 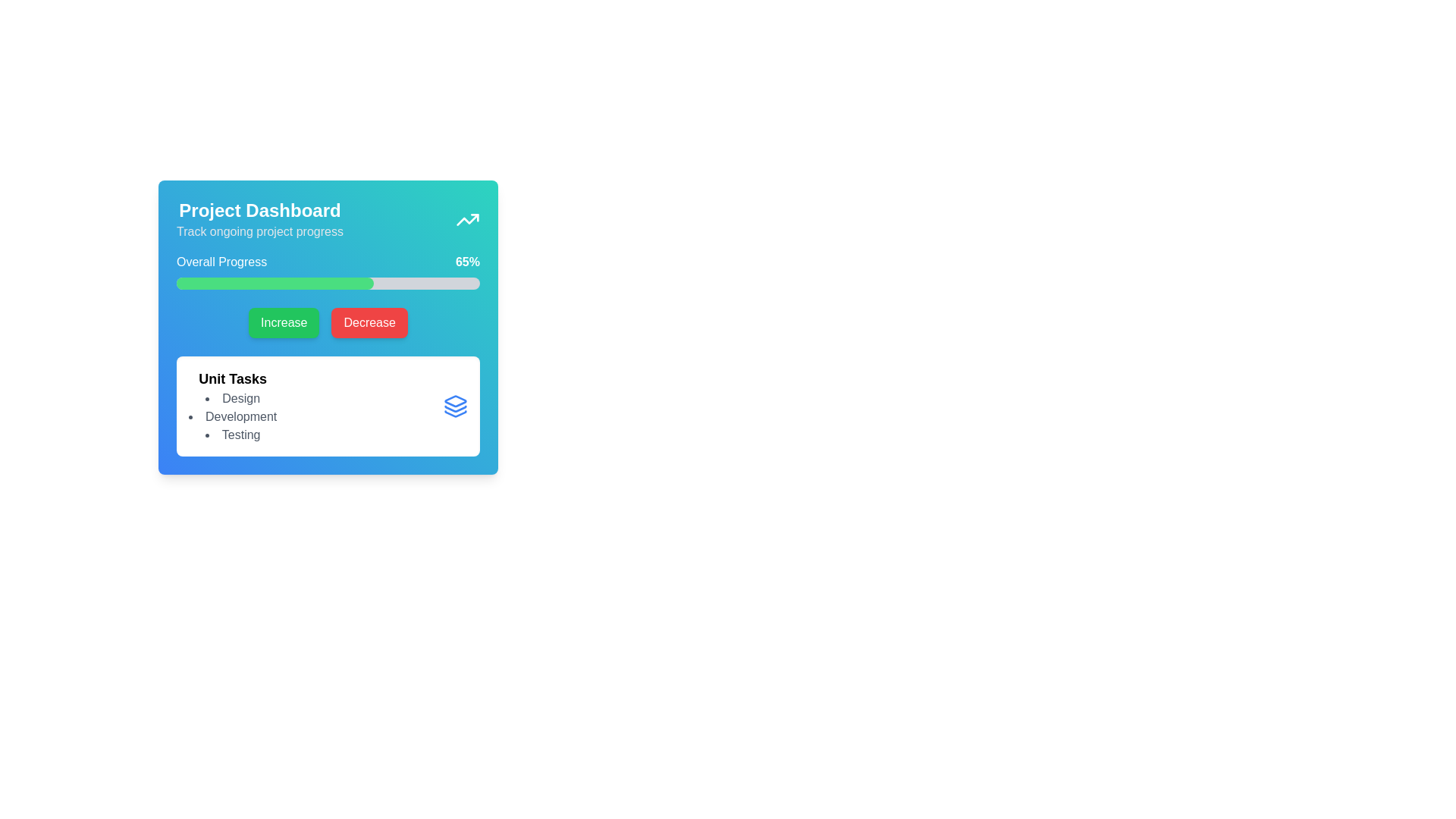 What do you see at coordinates (454, 400) in the screenshot?
I see `the topmost triangle-like icon in the lower right section of the 'Unit Tasks' area in the 'Project Dashboard', which is part of a decorative design and matches the blue theme of the UI` at bounding box center [454, 400].